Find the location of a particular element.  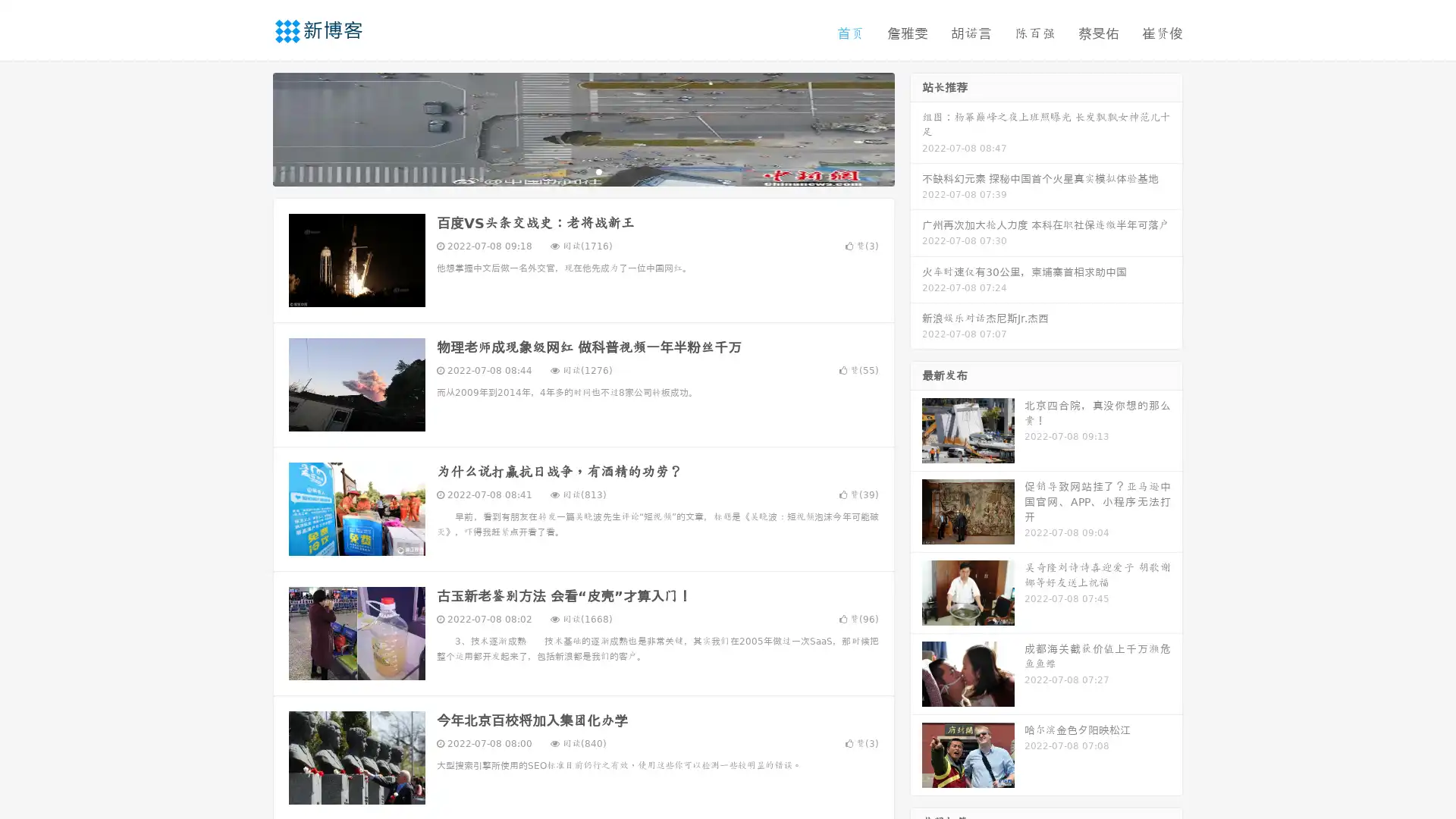

Next slide is located at coordinates (916, 127).